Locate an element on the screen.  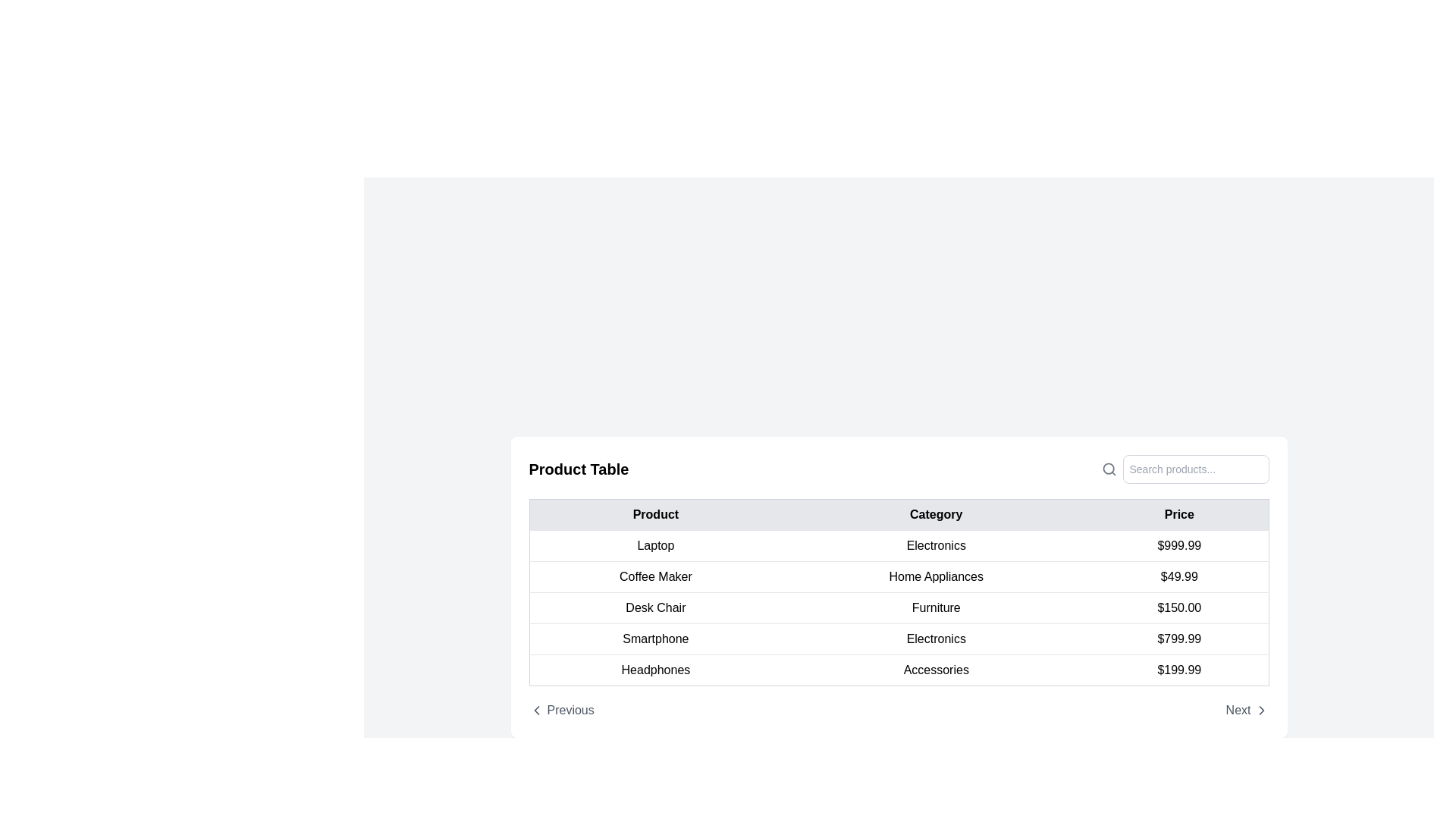
the text element 'Electronics' which is styled with padding and is center-aligned in the 'Category' column of the table, positioned between 'Smartphone' and '$799.99' is located at coordinates (935, 639).